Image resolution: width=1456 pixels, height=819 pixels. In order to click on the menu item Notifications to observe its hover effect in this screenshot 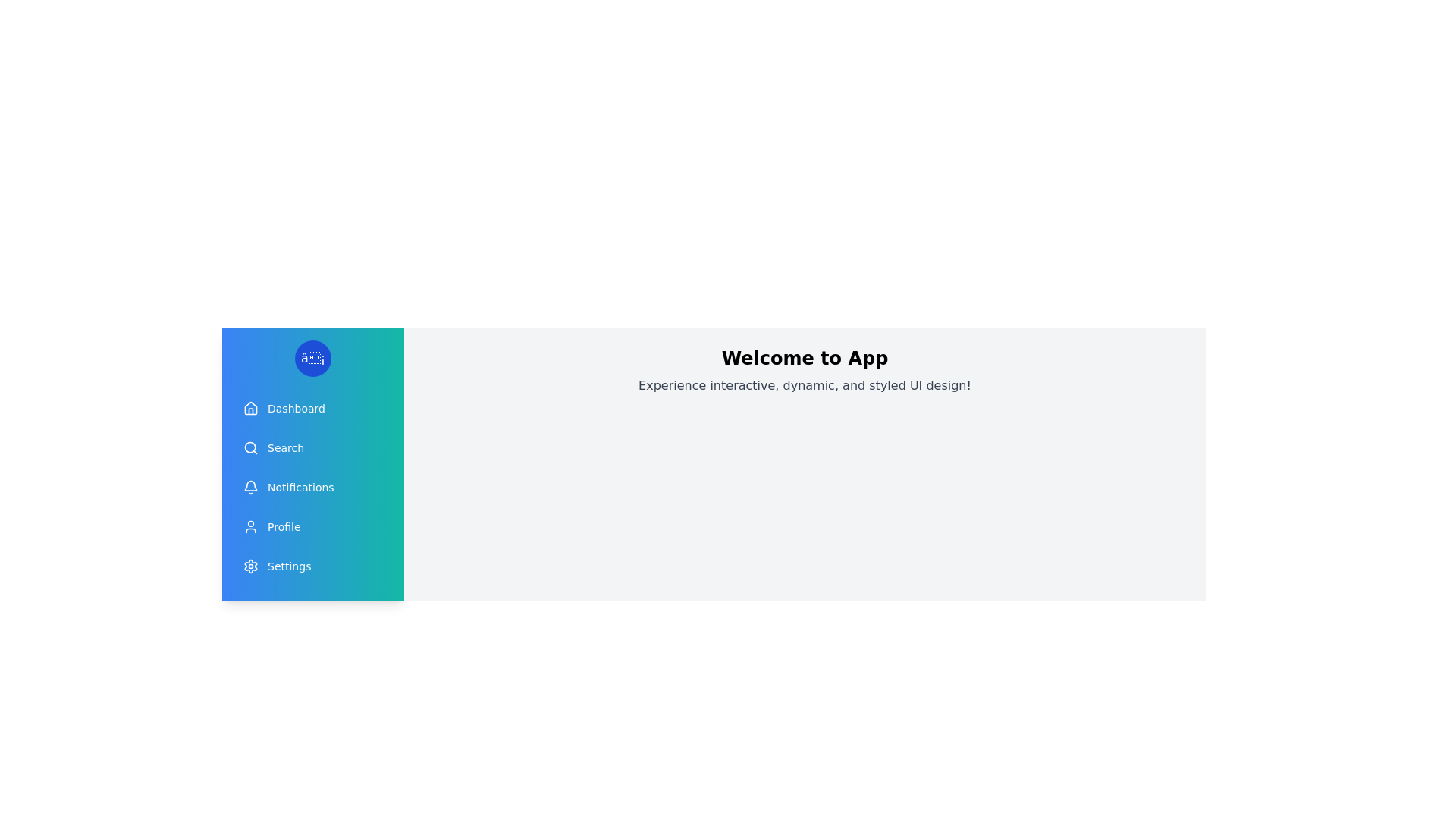, I will do `click(312, 488)`.